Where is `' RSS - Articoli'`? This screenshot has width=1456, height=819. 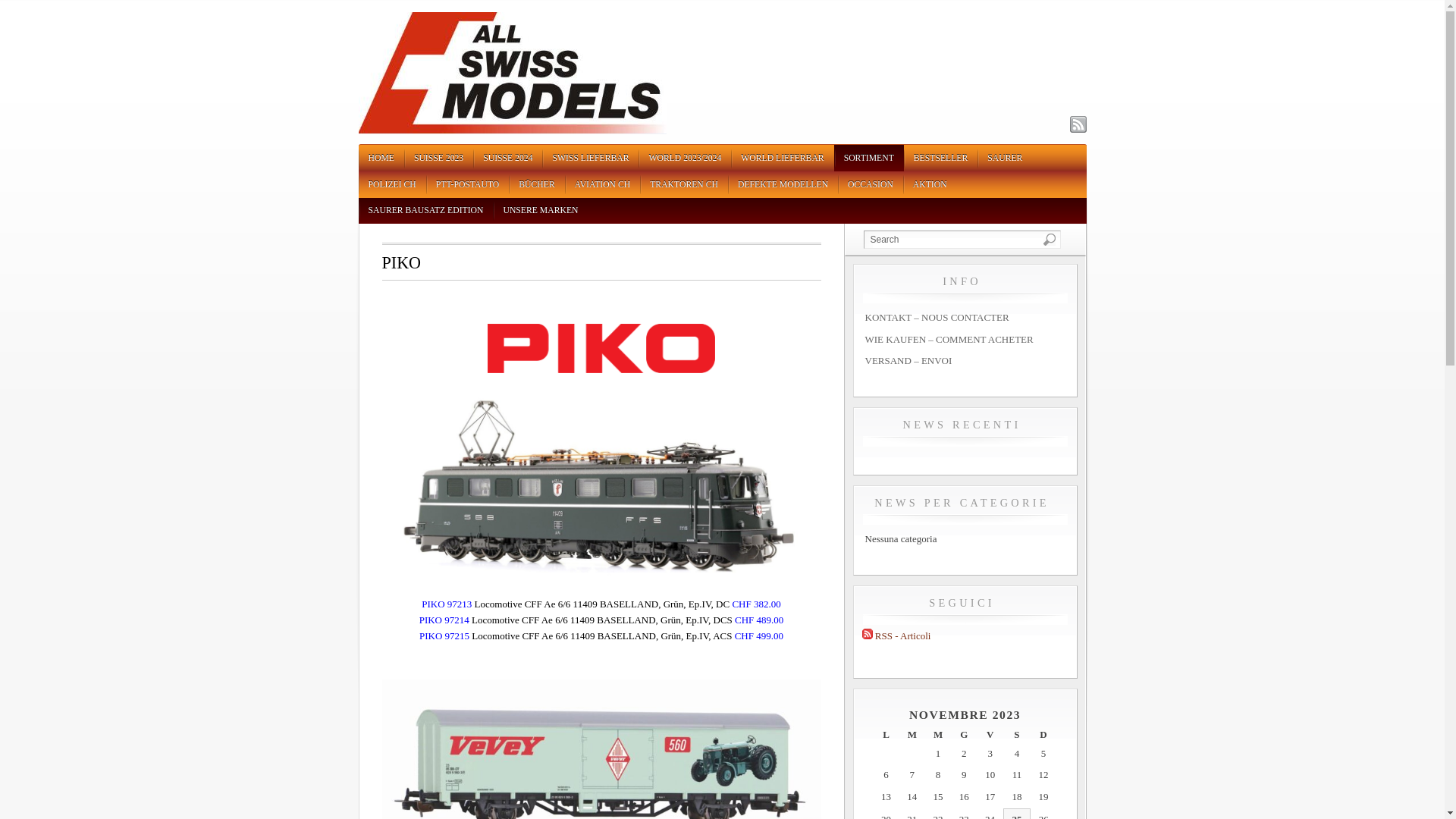
' RSS - Articoli' is located at coordinates (896, 635).